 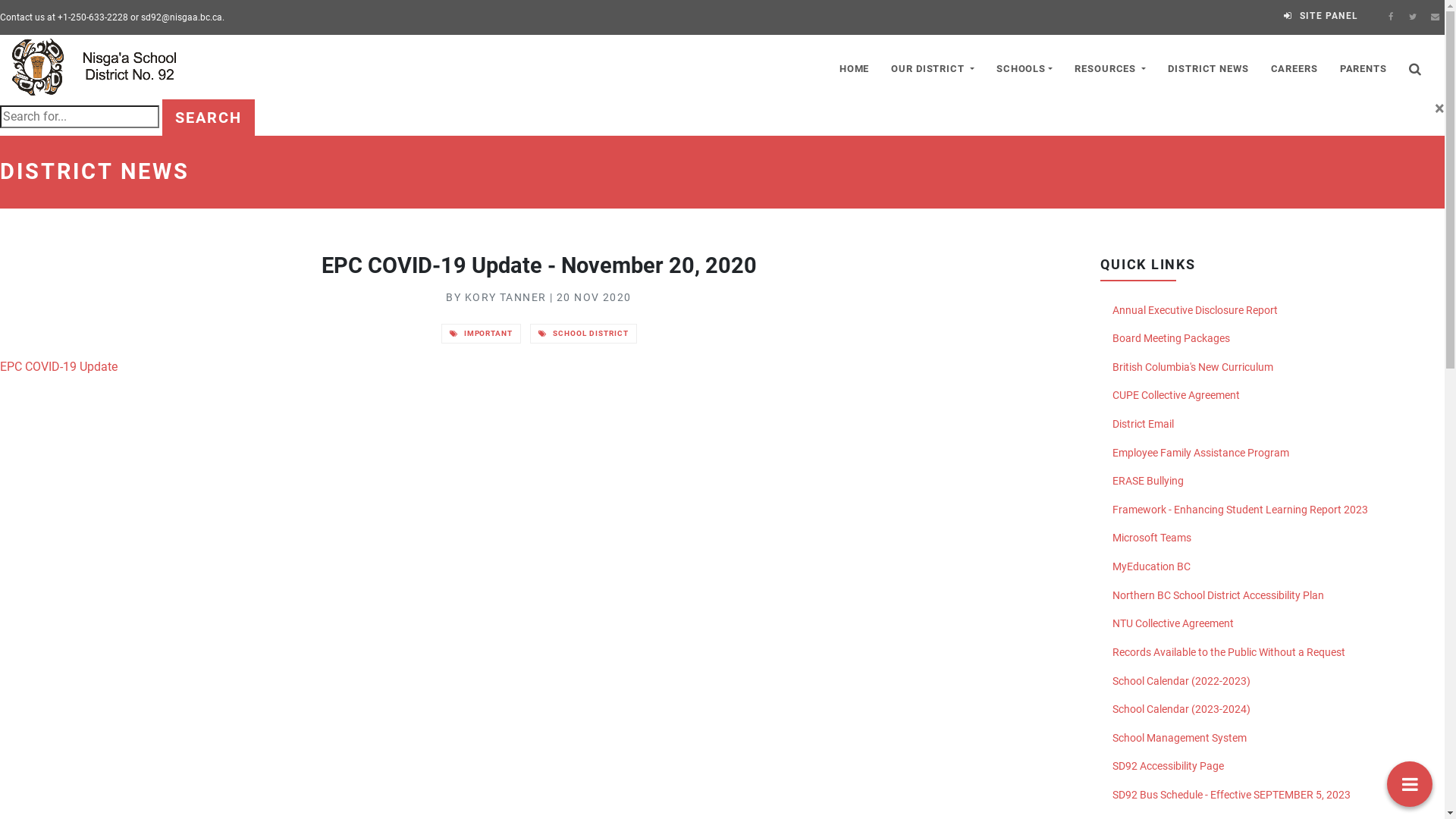 I want to click on 'CAREERS', so click(x=1293, y=66).